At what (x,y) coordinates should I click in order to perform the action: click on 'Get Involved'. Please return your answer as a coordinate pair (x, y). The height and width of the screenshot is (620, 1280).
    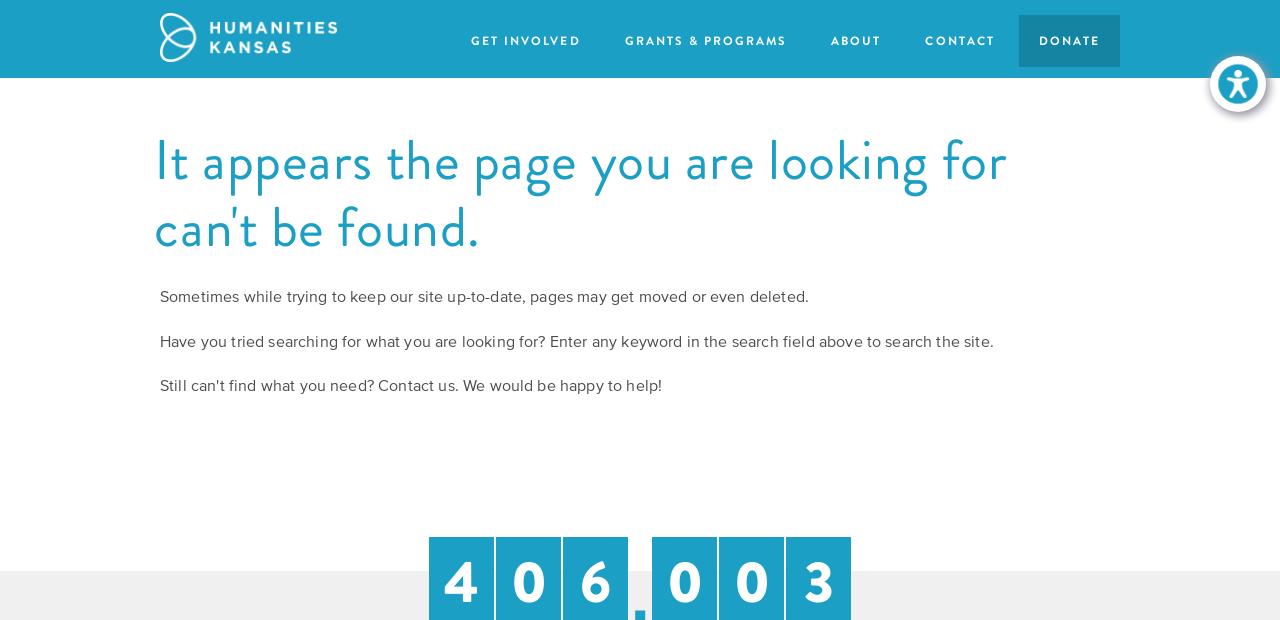
    Looking at the image, I should click on (525, 39).